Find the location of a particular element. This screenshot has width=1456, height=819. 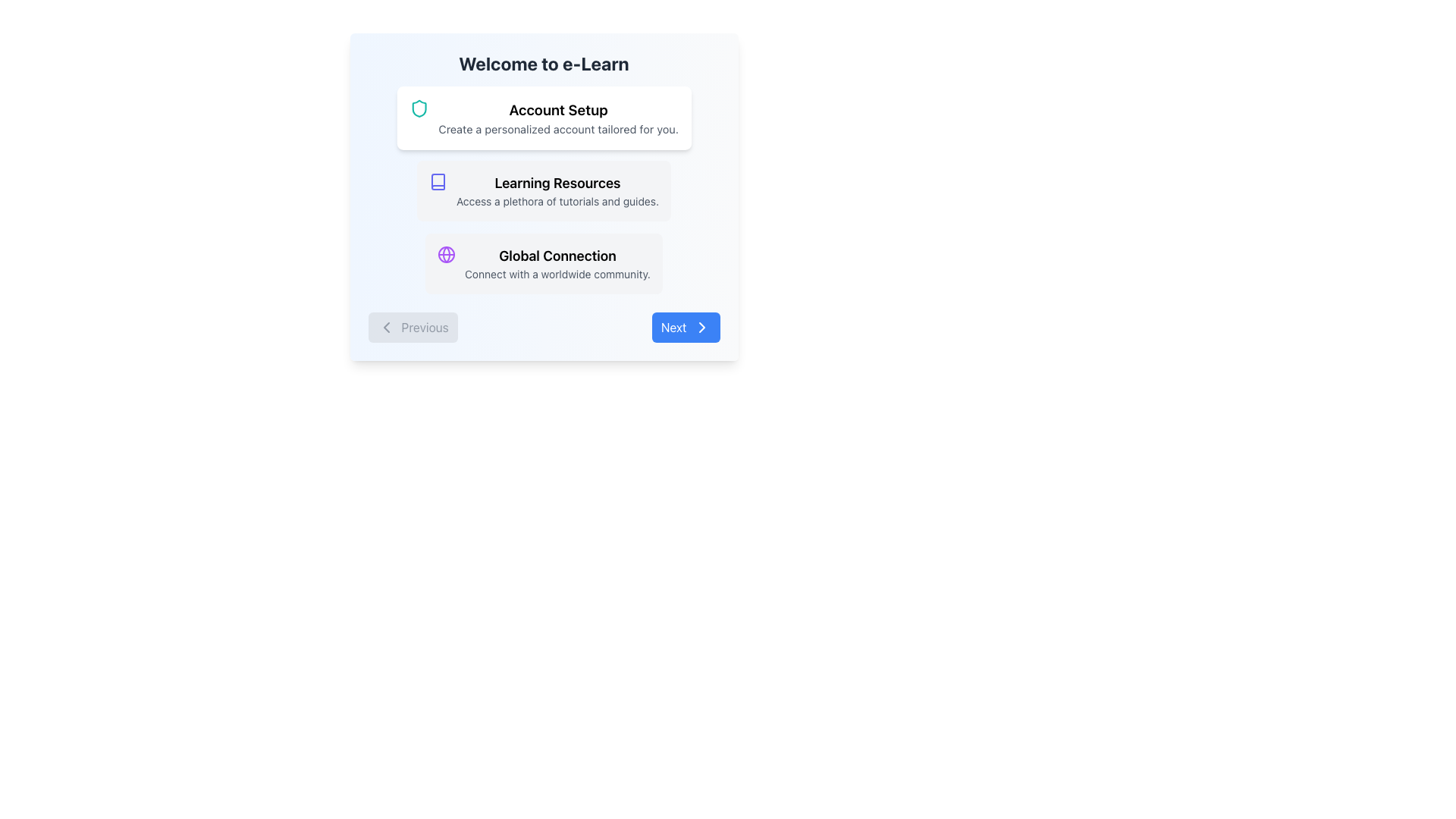

the SVG Icon (Chevron) located to the left of the 'Previous' button in the lower-left corner of the displayed card is located at coordinates (386, 327).